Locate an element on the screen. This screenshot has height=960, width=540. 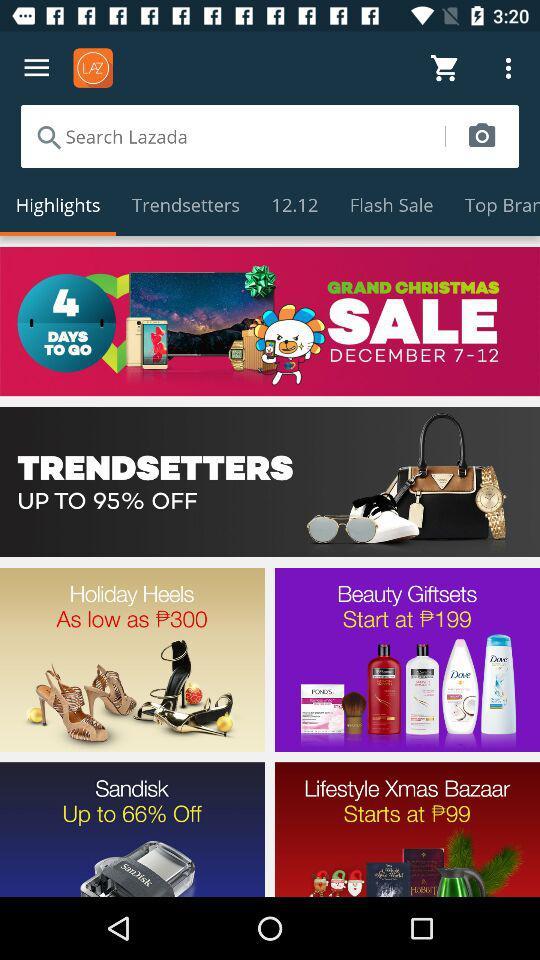
search function is located at coordinates (231, 135).